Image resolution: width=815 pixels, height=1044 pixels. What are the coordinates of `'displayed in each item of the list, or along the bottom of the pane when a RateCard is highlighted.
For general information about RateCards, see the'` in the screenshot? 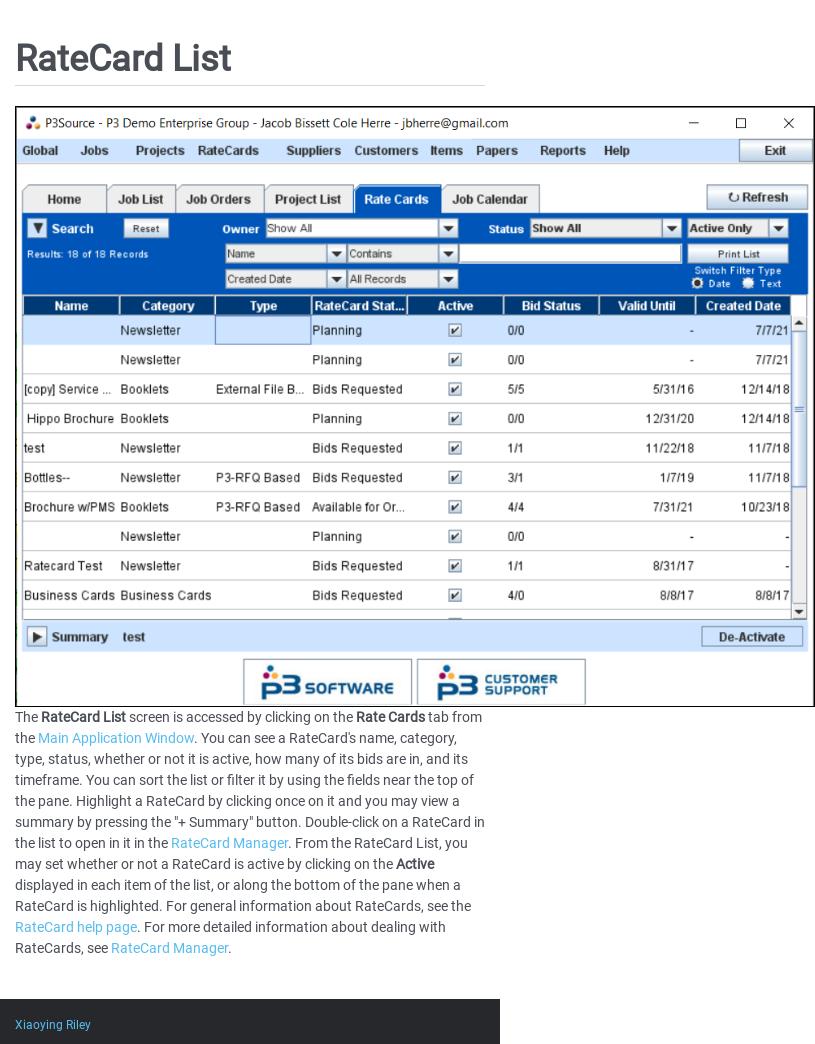 It's located at (243, 894).